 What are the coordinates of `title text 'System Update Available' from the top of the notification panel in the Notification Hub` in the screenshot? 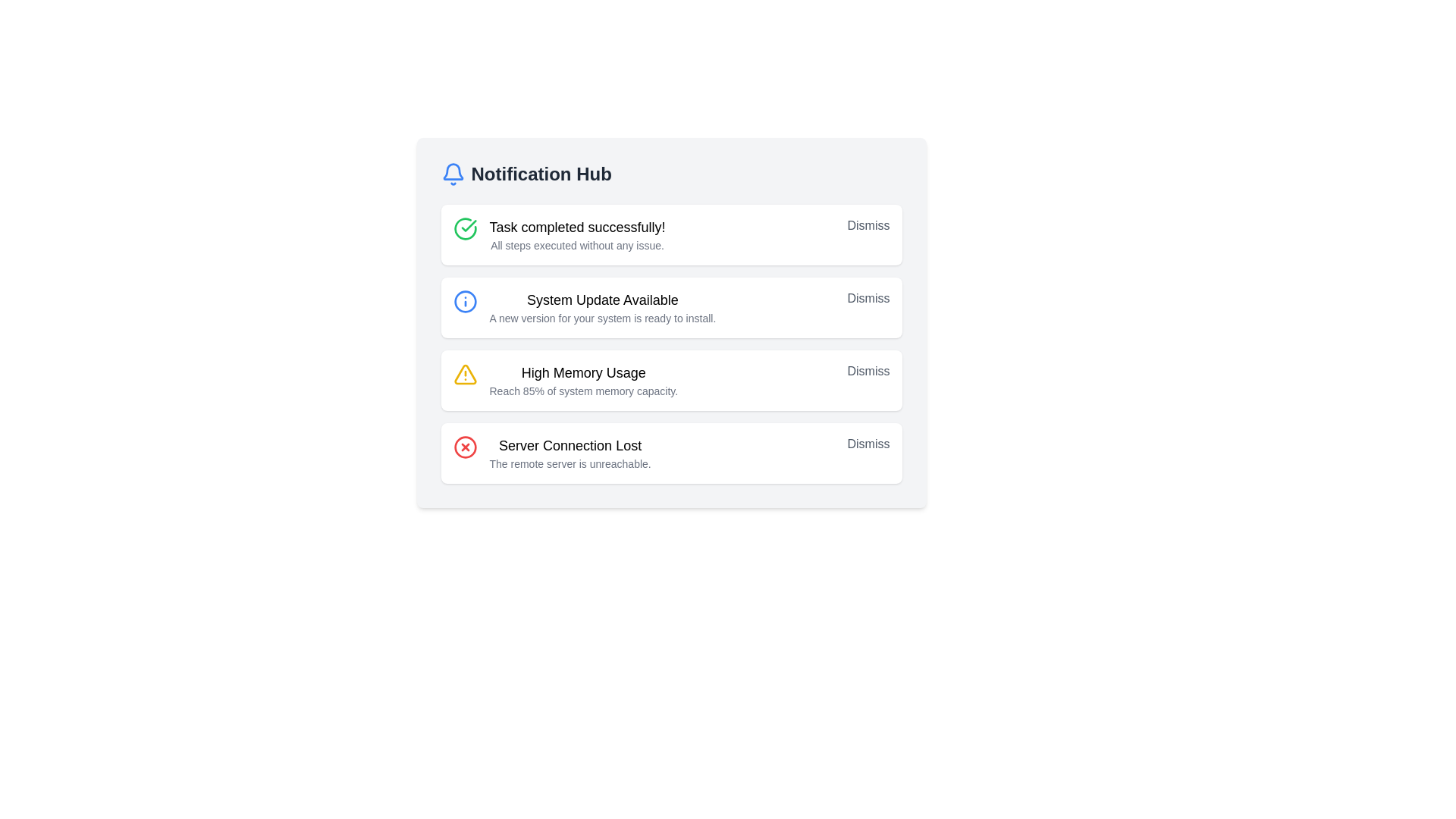 It's located at (601, 300).